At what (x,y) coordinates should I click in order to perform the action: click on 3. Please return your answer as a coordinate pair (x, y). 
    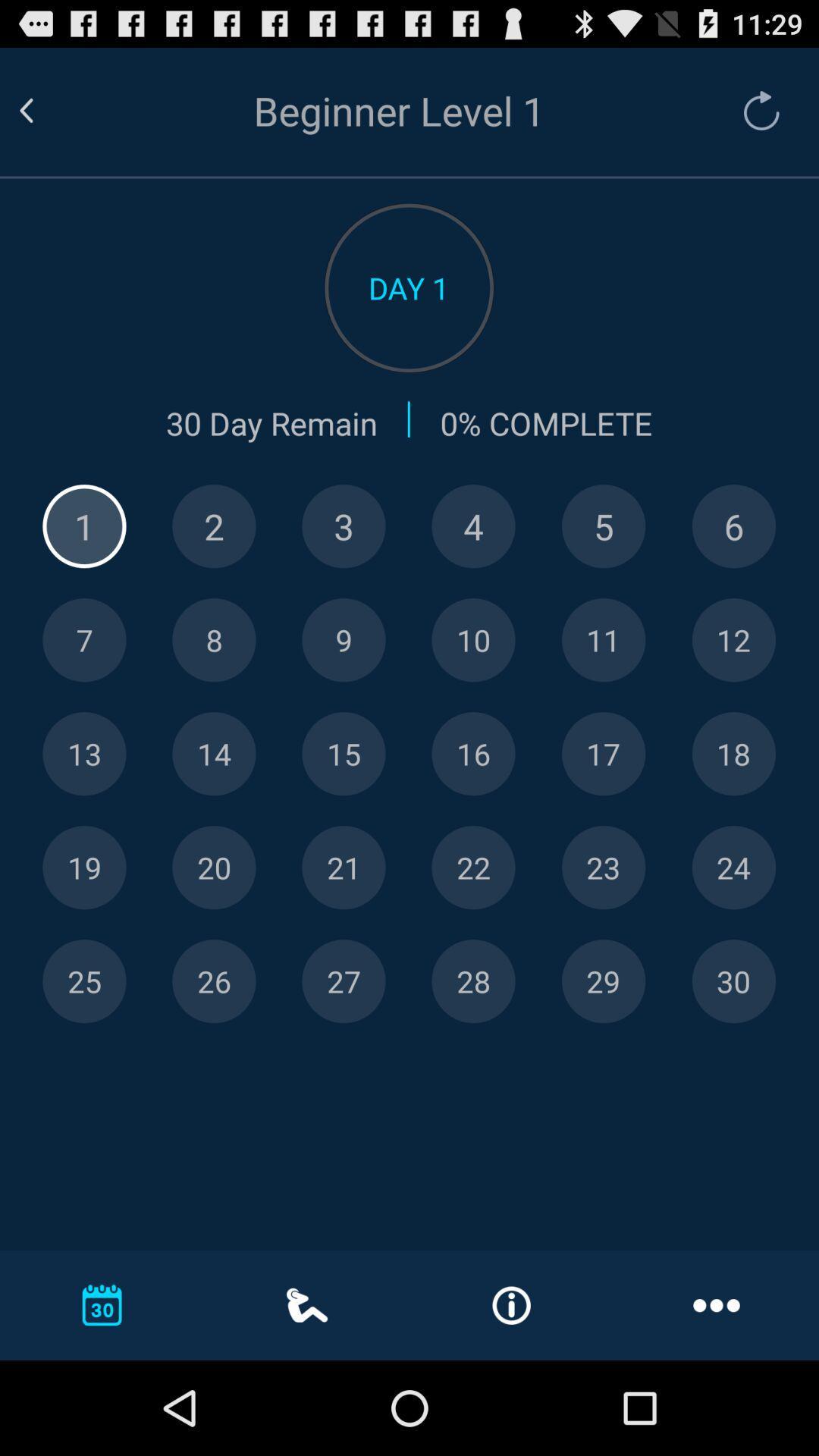
    Looking at the image, I should click on (344, 526).